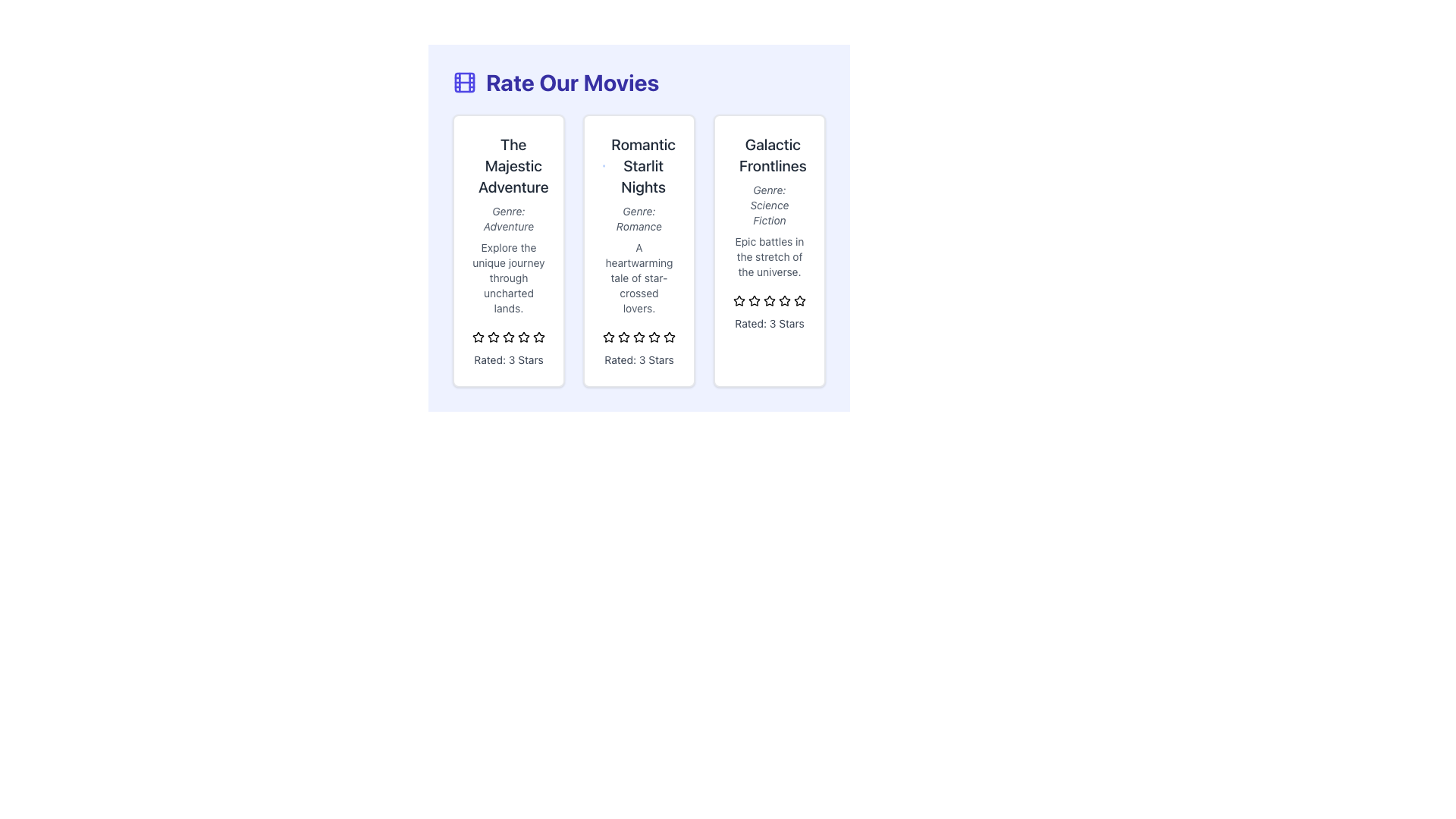  What do you see at coordinates (623, 336) in the screenshot?
I see `the third star-shaped icon in the rating component of the 'Romantic Starlit Nights' card` at bounding box center [623, 336].